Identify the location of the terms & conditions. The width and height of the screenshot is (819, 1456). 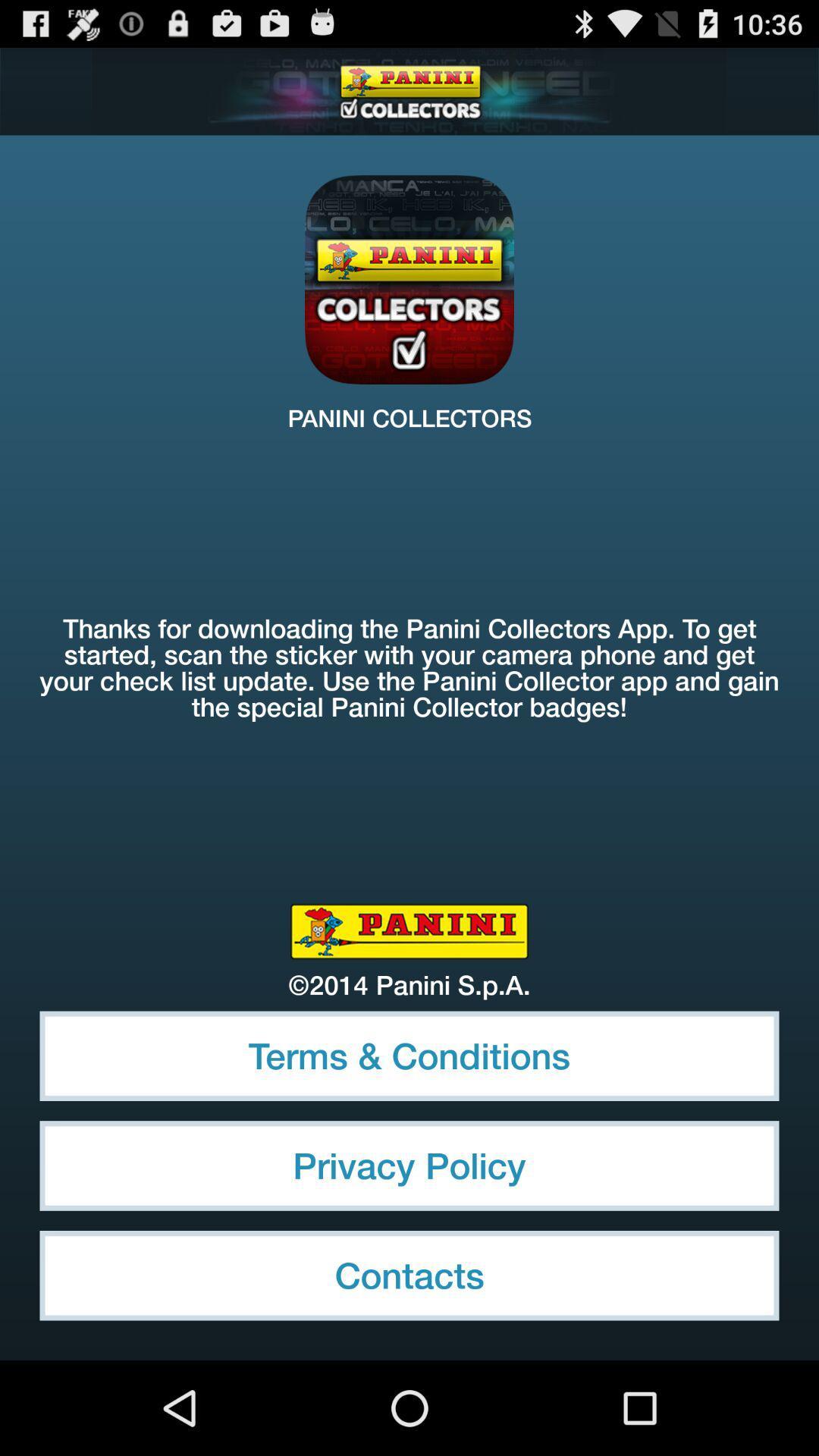
(409, 1055).